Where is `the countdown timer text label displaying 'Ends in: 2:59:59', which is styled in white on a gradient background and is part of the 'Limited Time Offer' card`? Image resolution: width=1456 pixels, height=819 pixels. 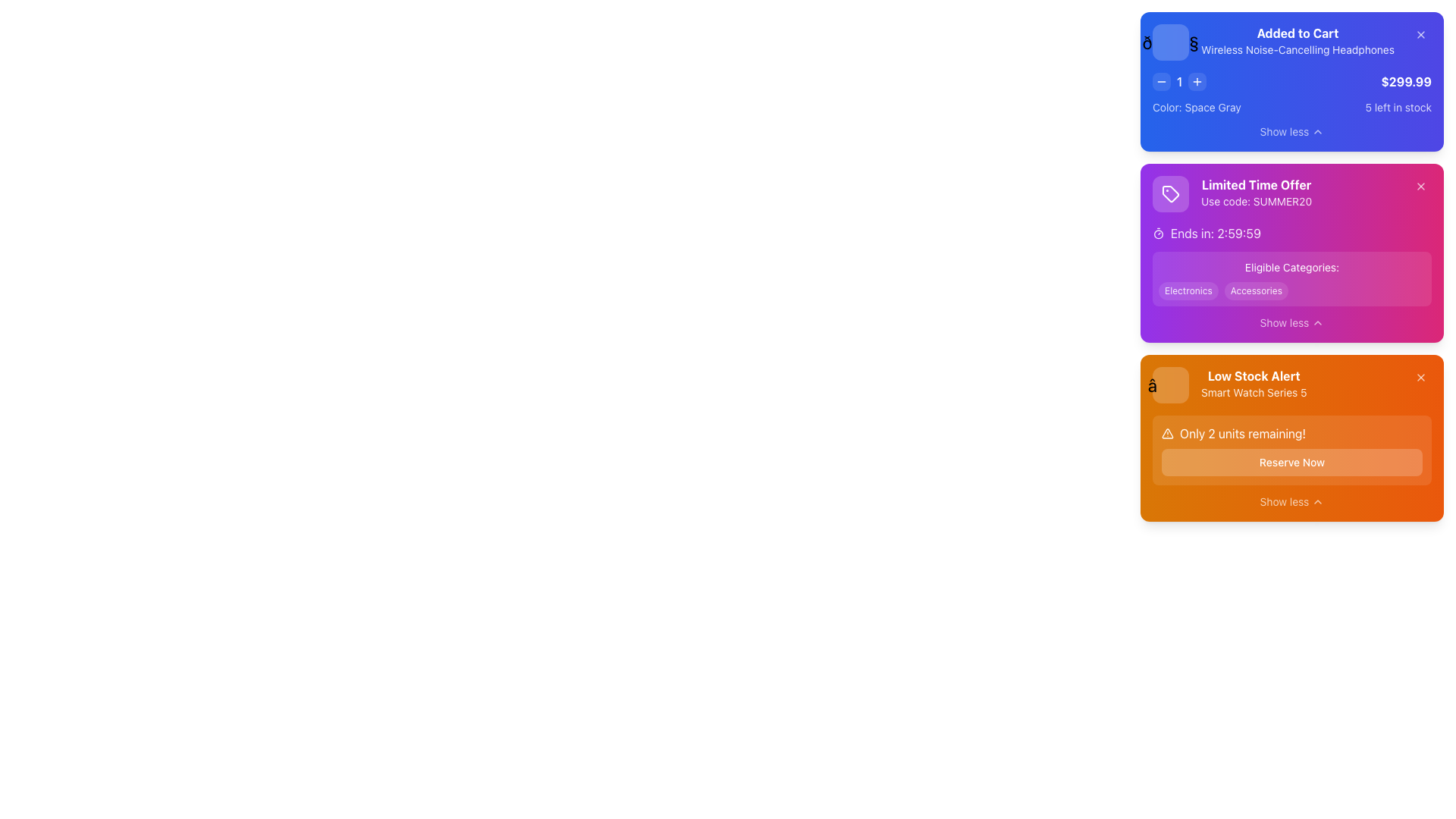 the countdown timer text label displaying 'Ends in: 2:59:59', which is styled in white on a gradient background and is part of the 'Limited Time Offer' card is located at coordinates (1216, 234).